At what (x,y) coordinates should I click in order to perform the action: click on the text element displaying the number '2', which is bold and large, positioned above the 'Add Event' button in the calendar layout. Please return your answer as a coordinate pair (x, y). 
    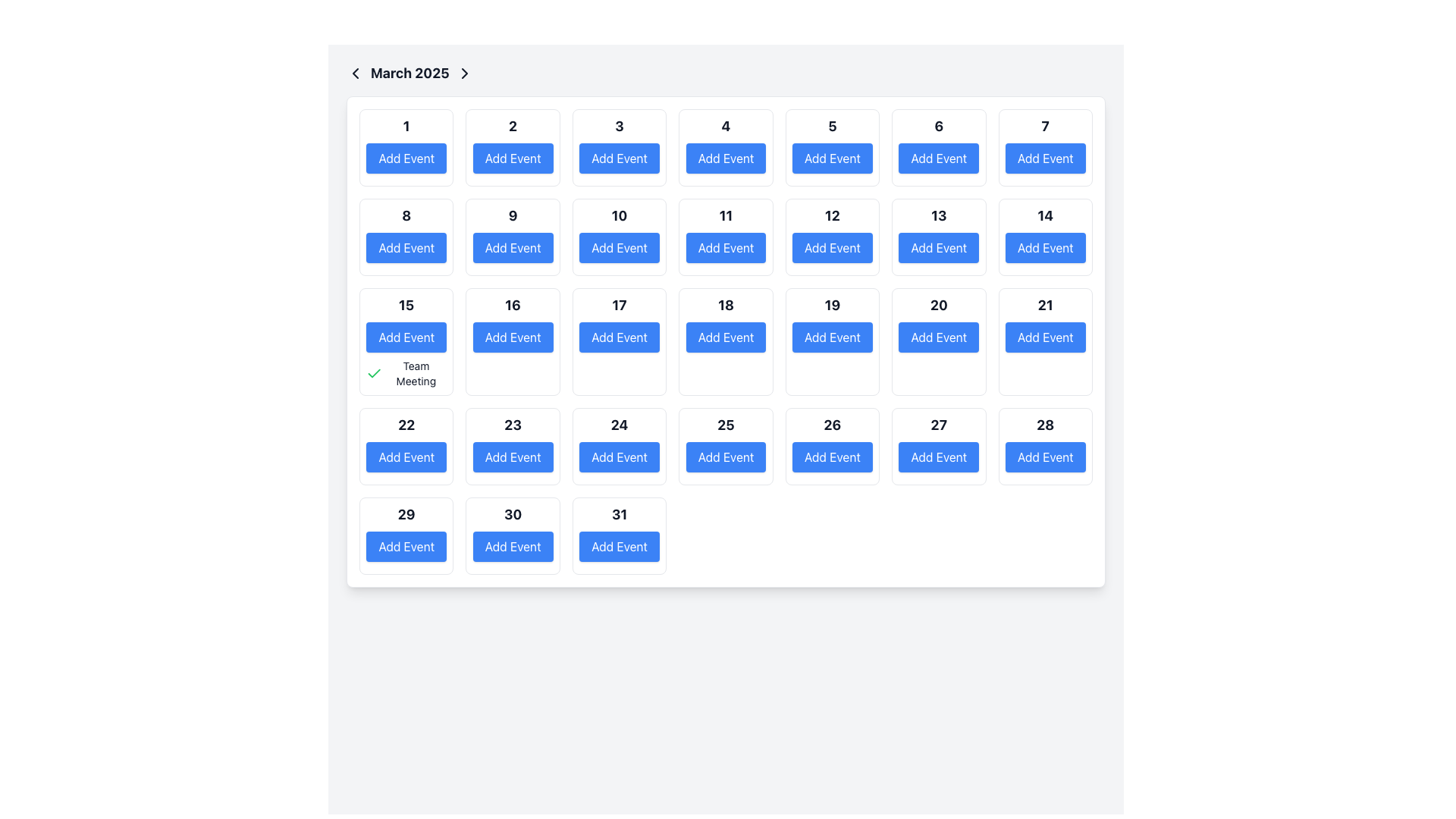
    Looking at the image, I should click on (513, 125).